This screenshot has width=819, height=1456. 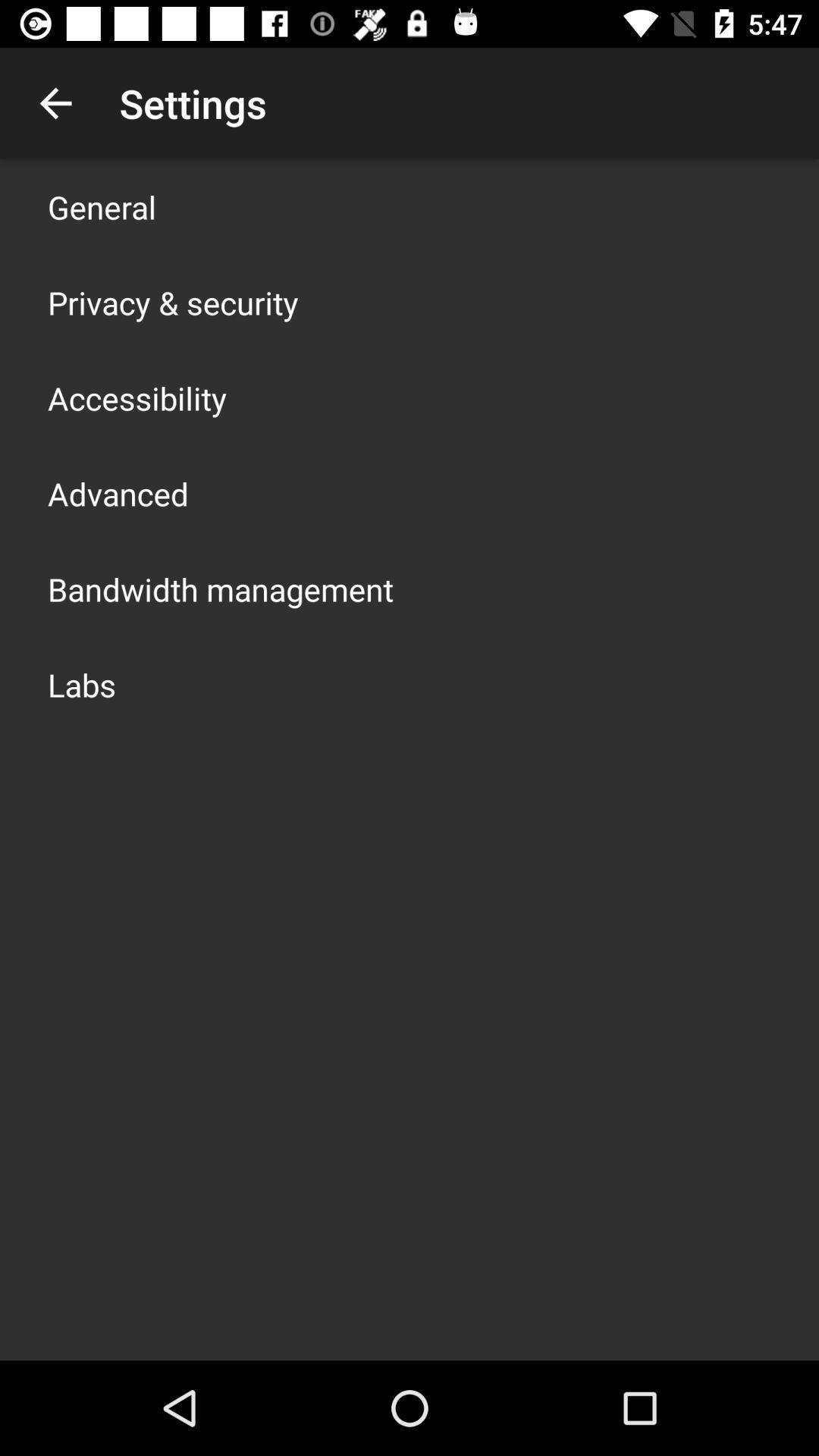 What do you see at coordinates (82, 683) in the screenshot?
I see `the icon below bandwidth management item` at bounding box center [82, 683].